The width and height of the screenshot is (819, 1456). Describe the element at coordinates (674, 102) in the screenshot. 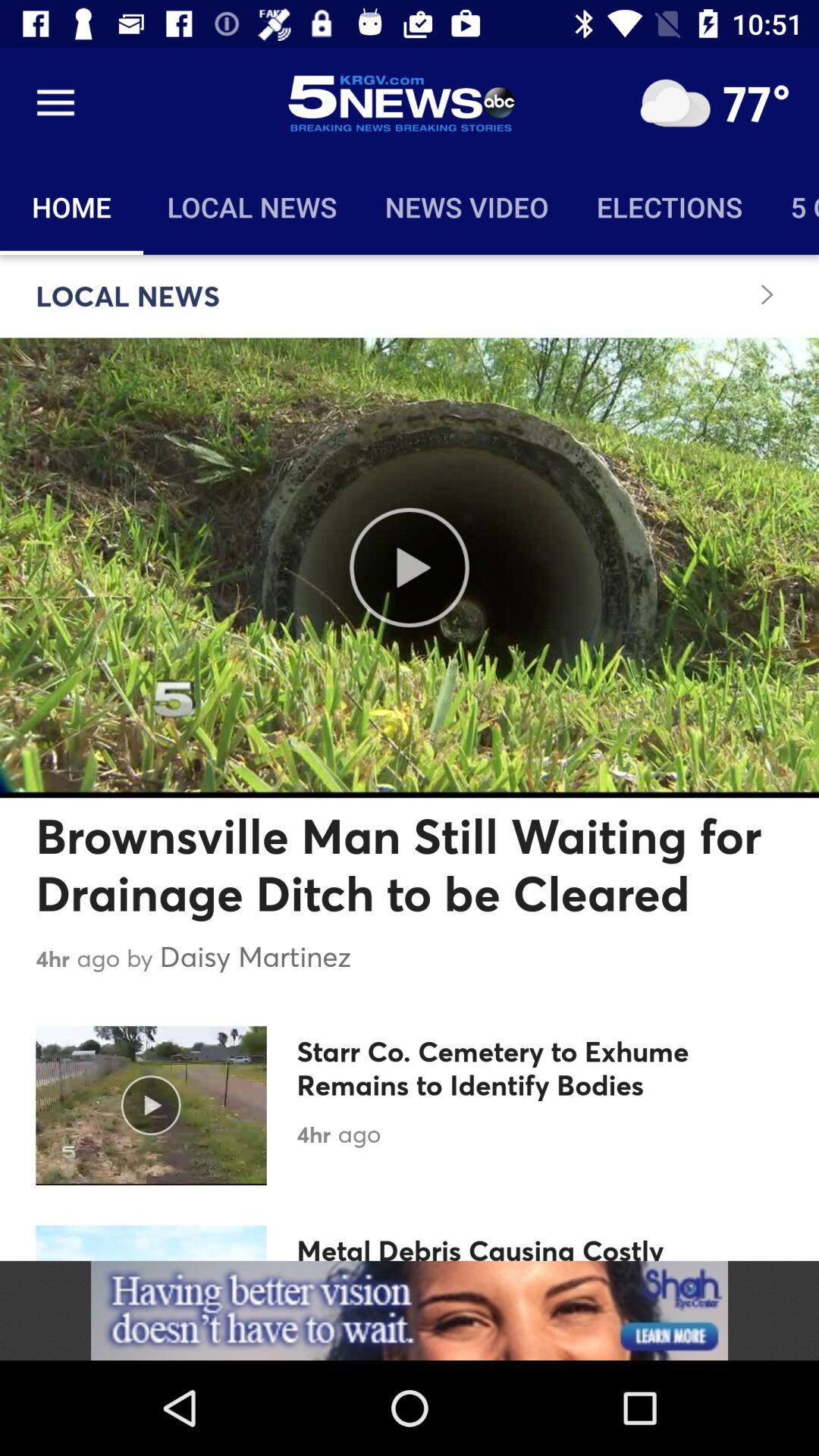

I see `option` at that location.